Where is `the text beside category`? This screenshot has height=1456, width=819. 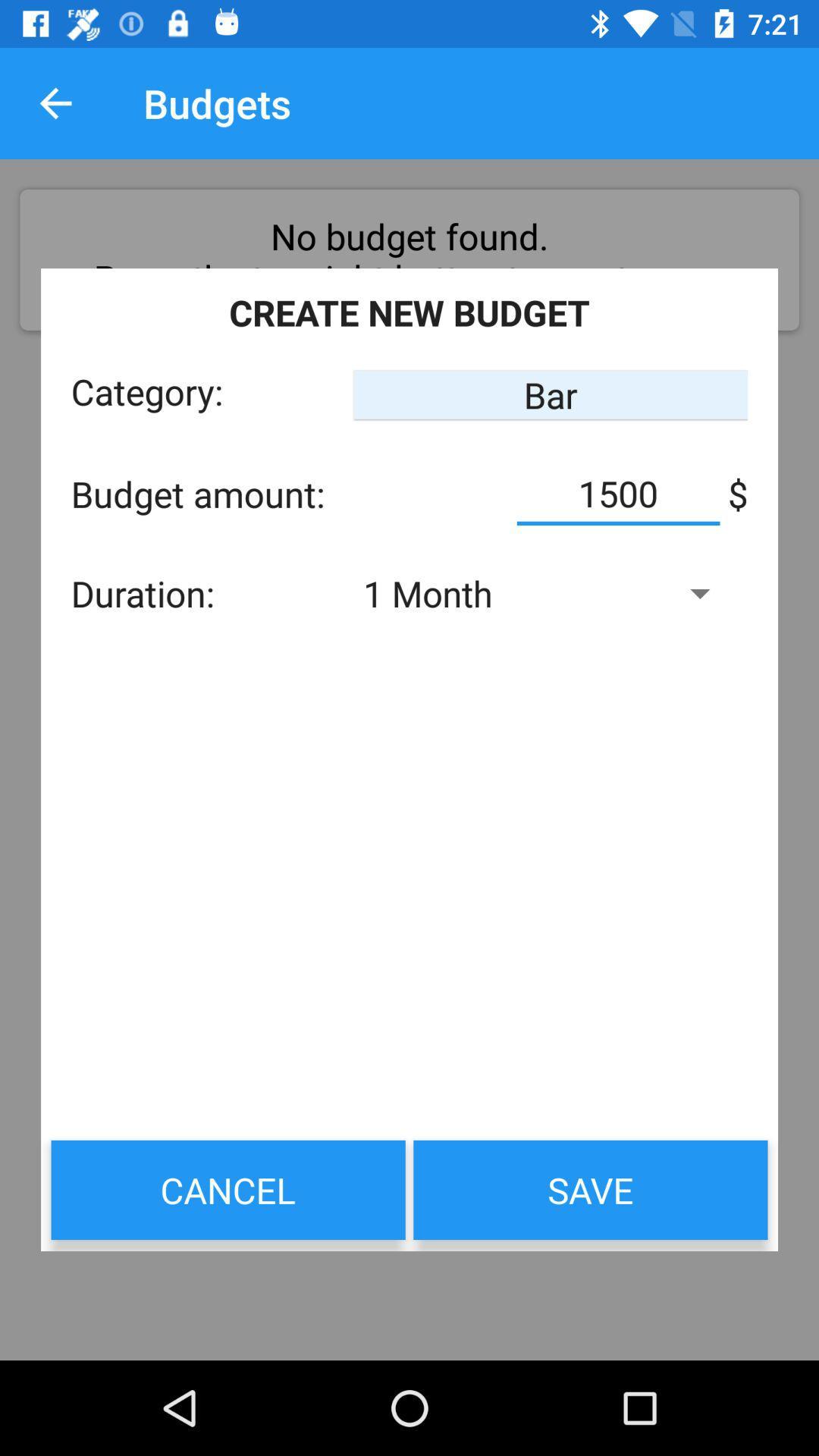
the text beside category is located at coordinates (551, 395).